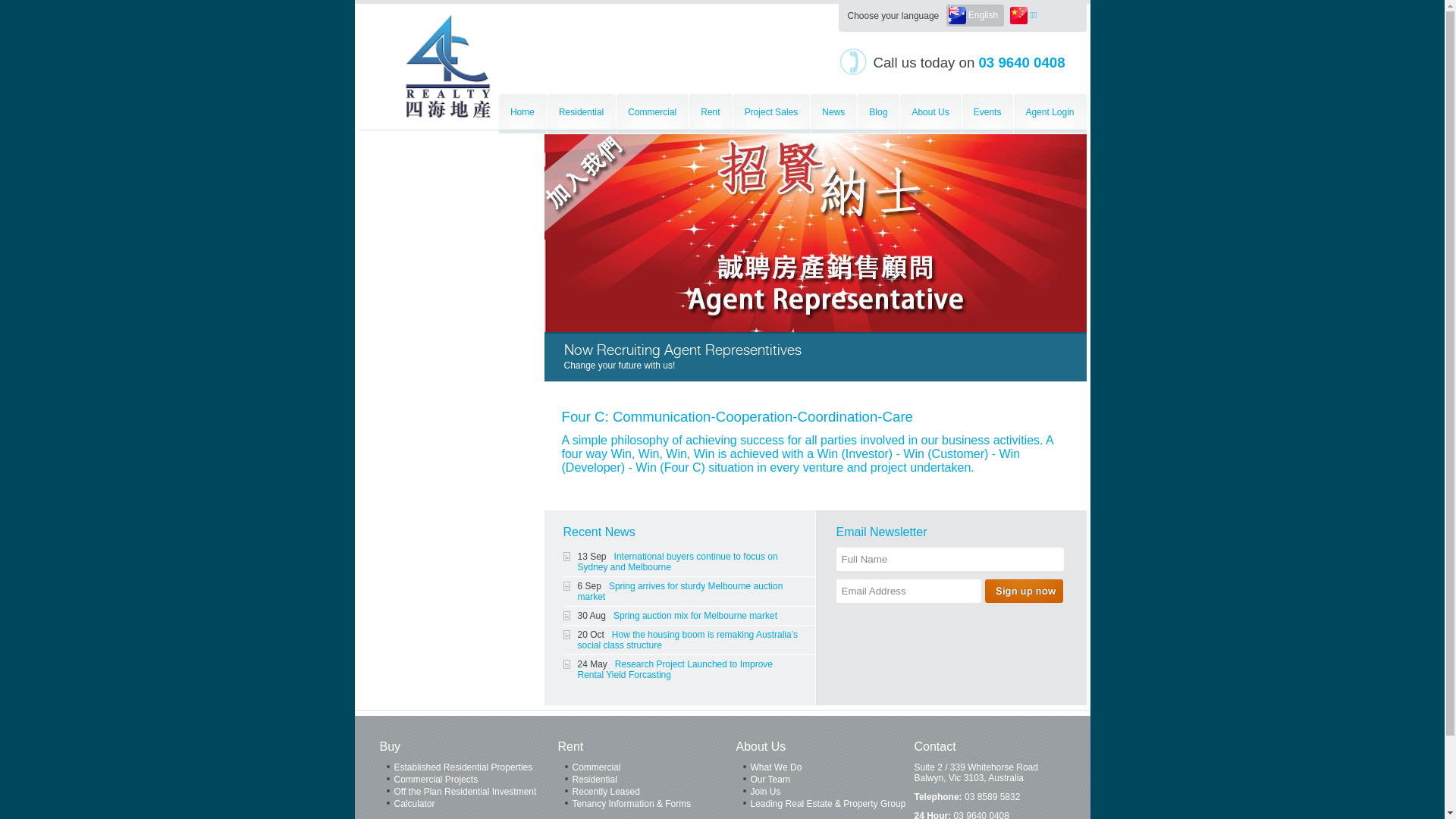  What do you see at coordinates (378, 780) in the screenshot?
I see `'Commercial Projects'` at bounding box center [378, 780].